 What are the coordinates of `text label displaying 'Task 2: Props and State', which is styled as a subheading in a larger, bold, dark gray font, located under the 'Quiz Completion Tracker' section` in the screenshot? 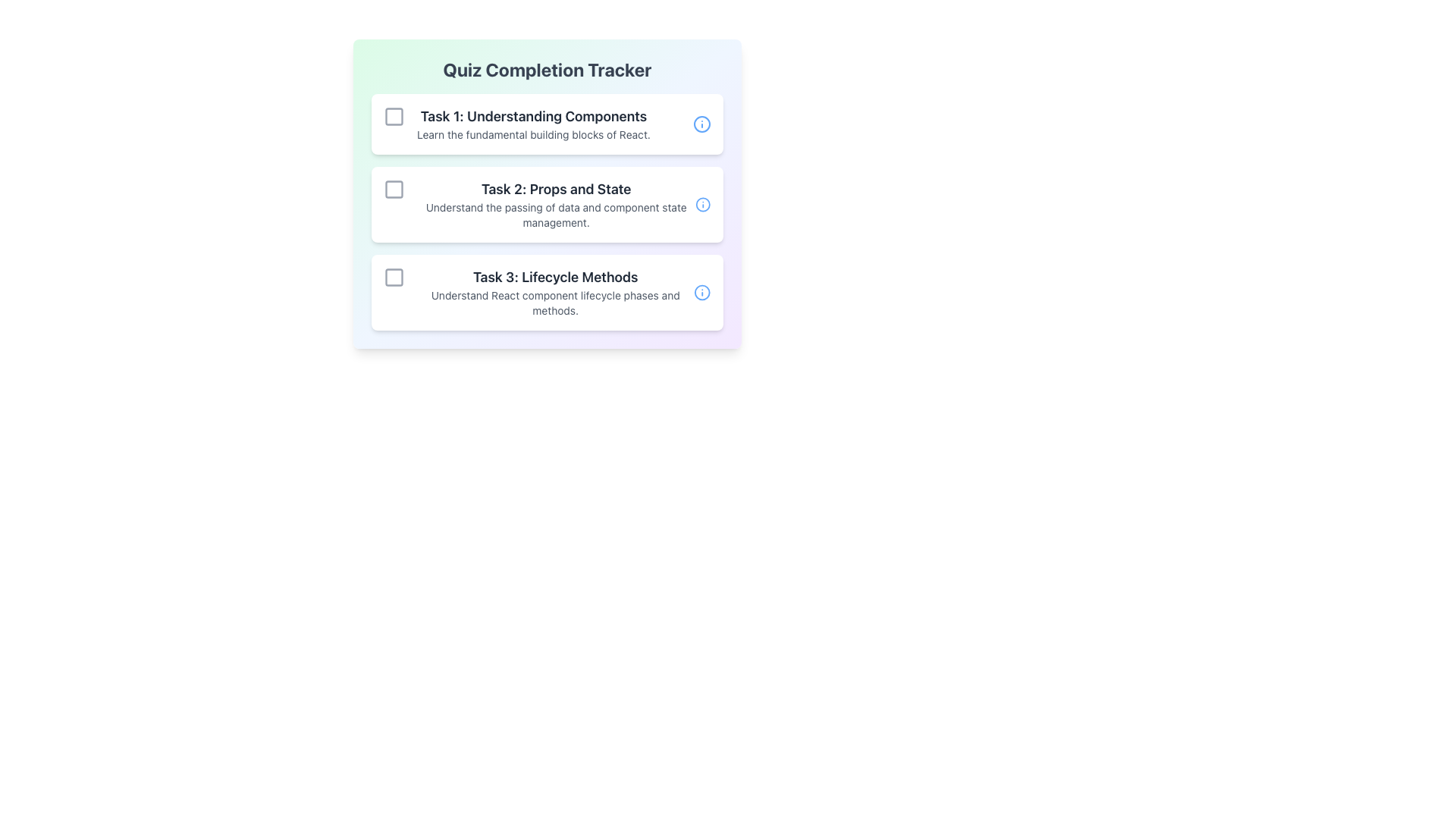 It's located at (555, 189).